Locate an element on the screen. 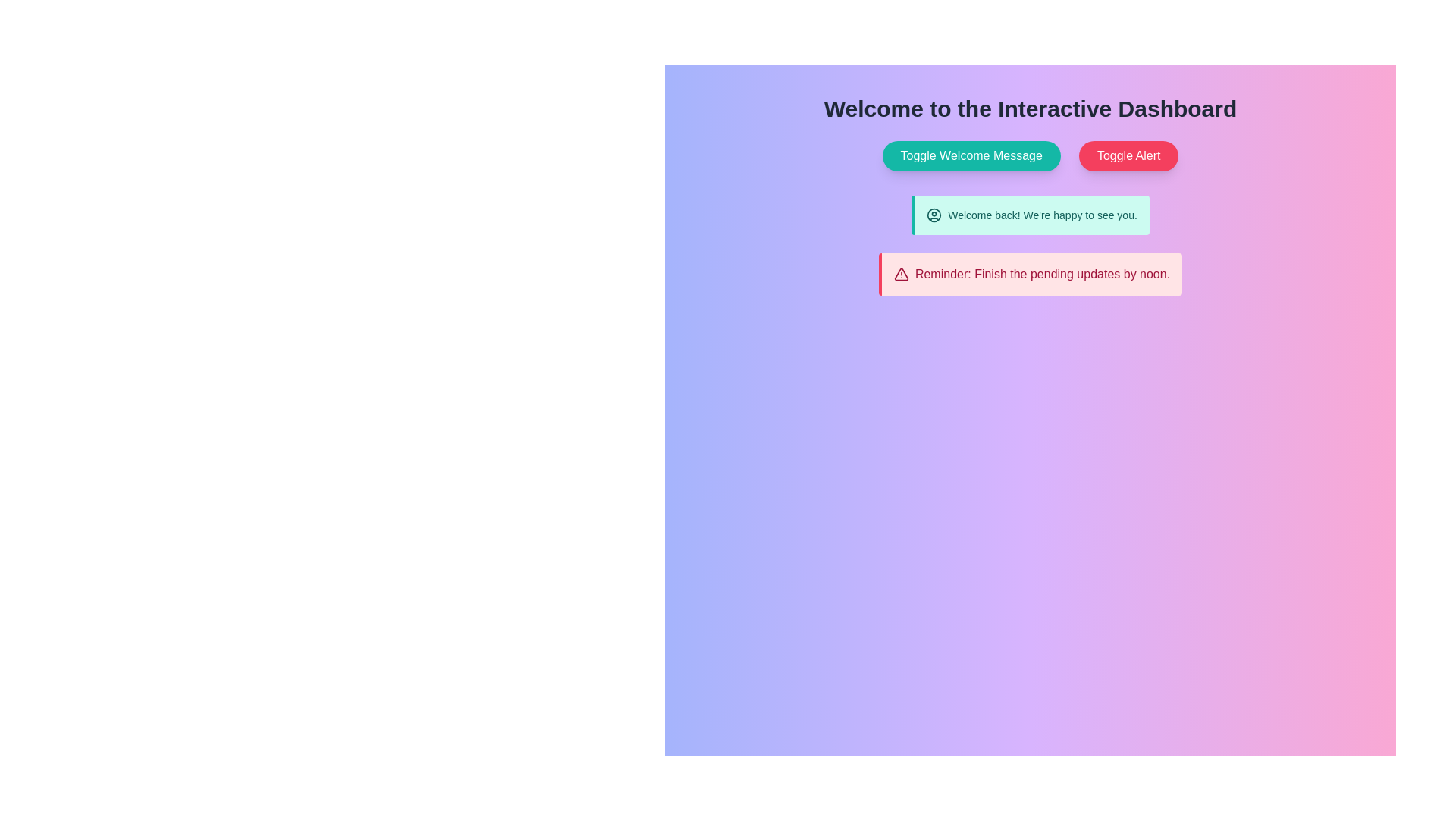 The width and height of the screenshot is (1456, 819). welcoming header text located at the upper center of the dashboard, which serves as the title for the interface is located at coordinates (1030, 108).